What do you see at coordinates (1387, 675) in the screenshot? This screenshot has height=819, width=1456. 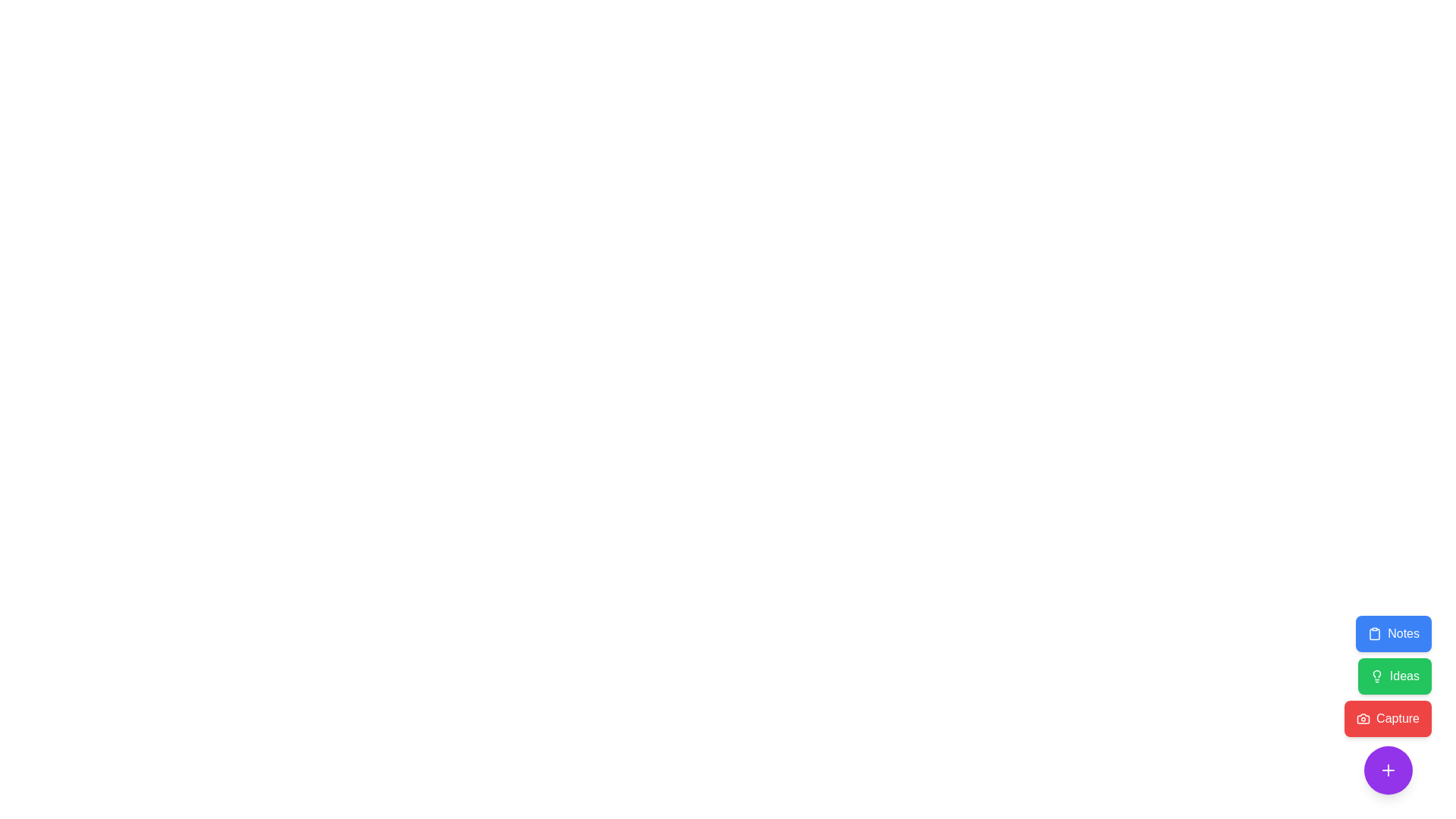 I see `the middle button` at bounding box center [1387, 675].